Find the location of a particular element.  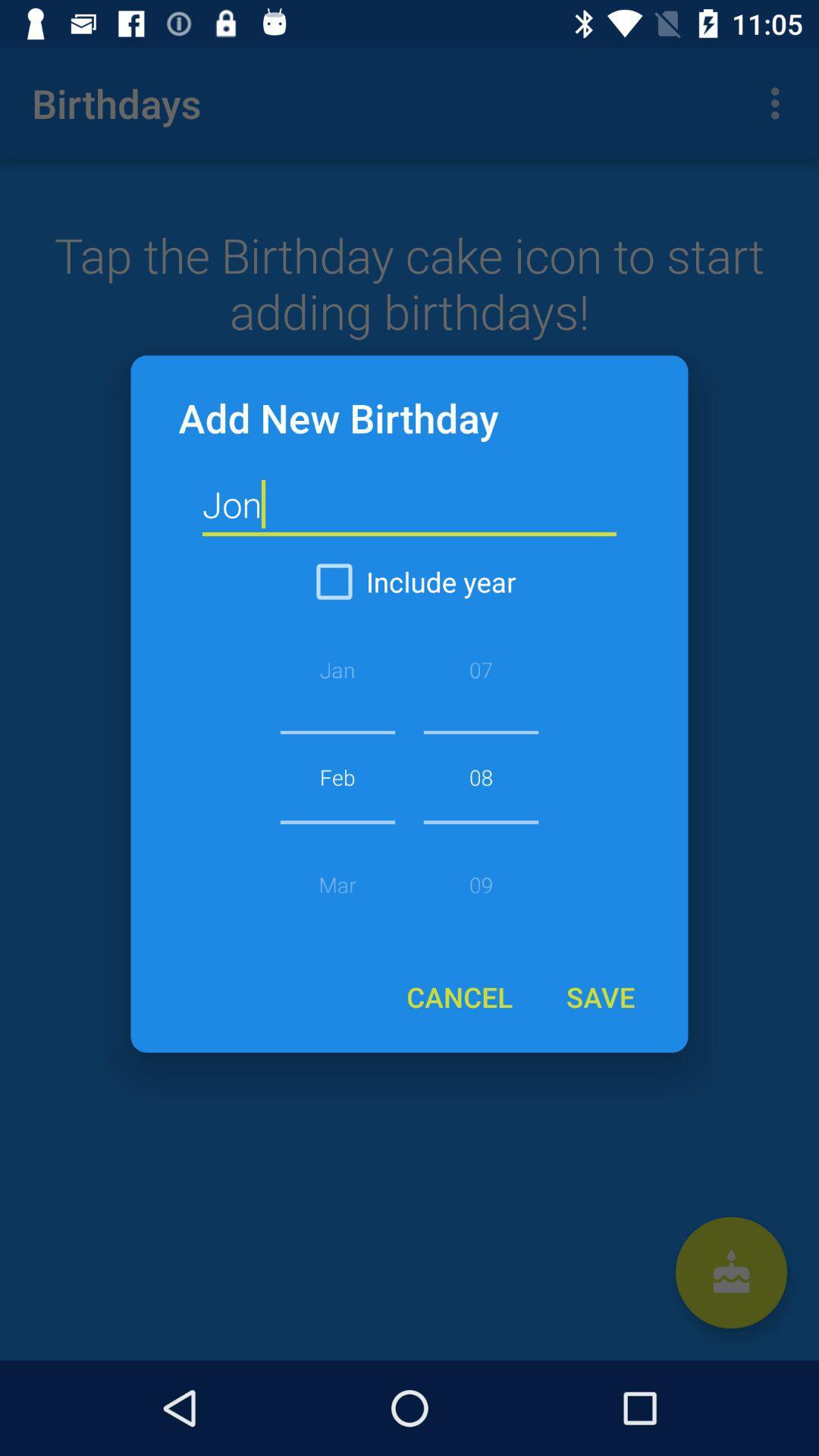

the icon below 08 is located at coordinates (459, 996).